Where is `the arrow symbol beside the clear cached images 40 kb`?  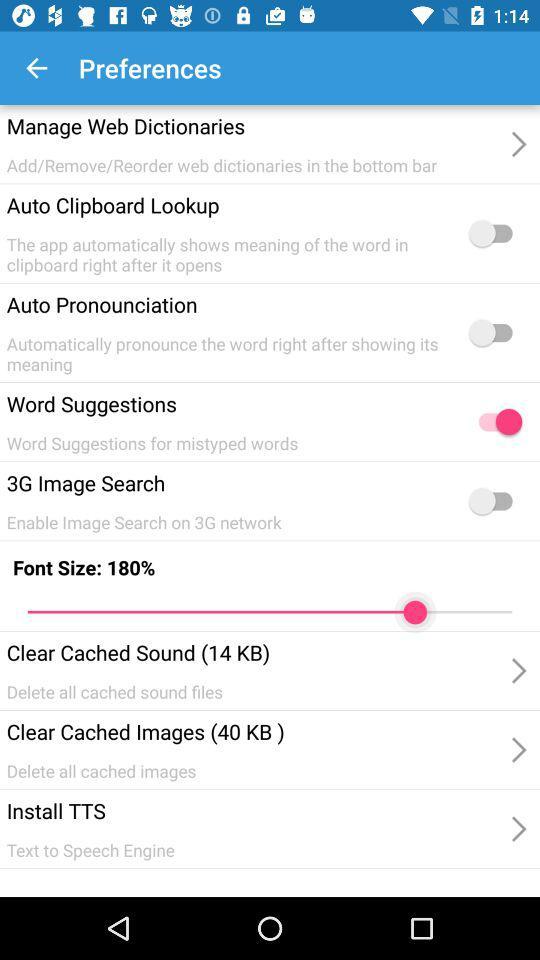
the arrow symbol beside the clear cached images 40 kb is located at coordinates (517, 748).